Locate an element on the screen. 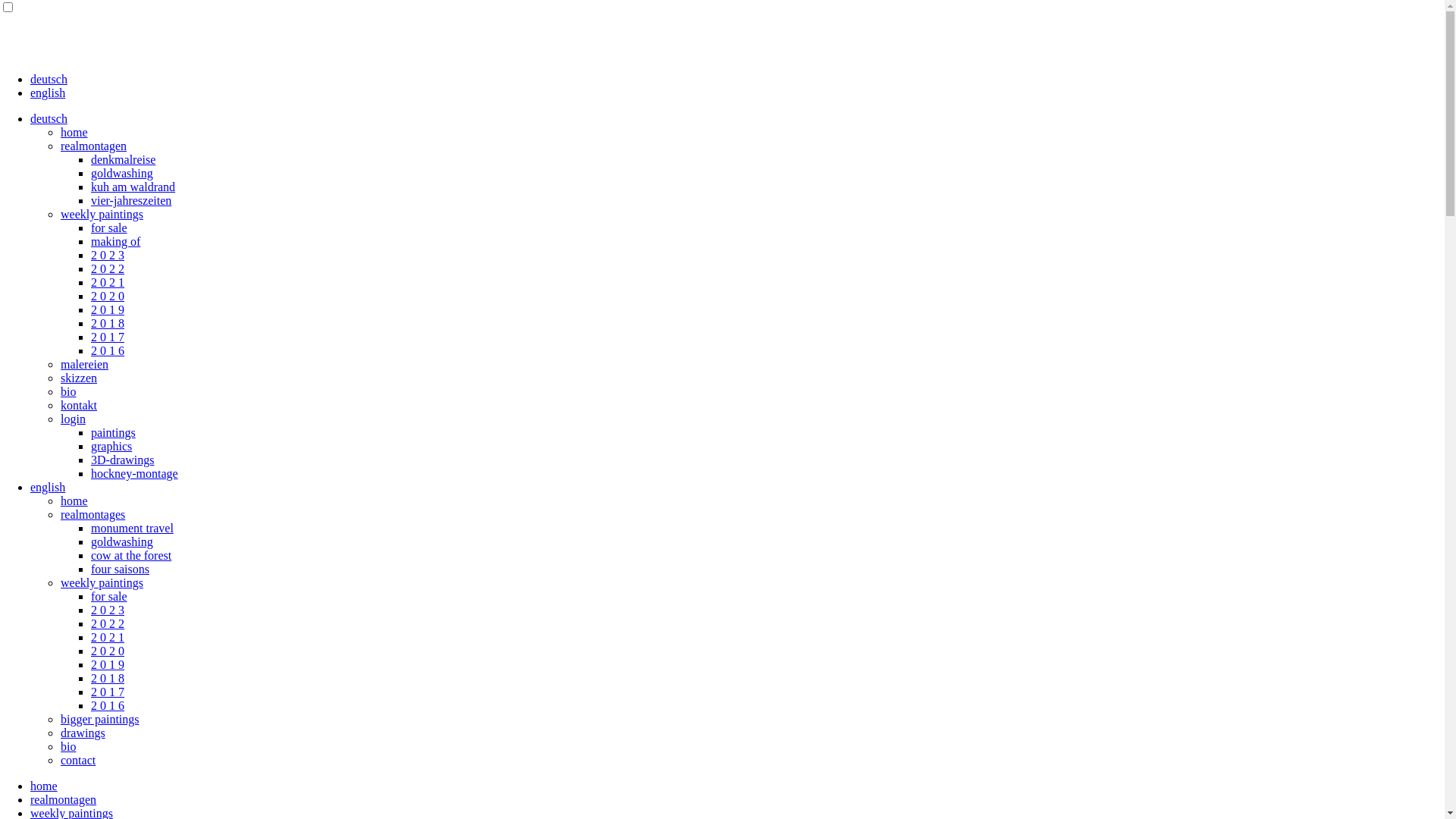  'weekly paintings' is located at coordinates (101, 582).